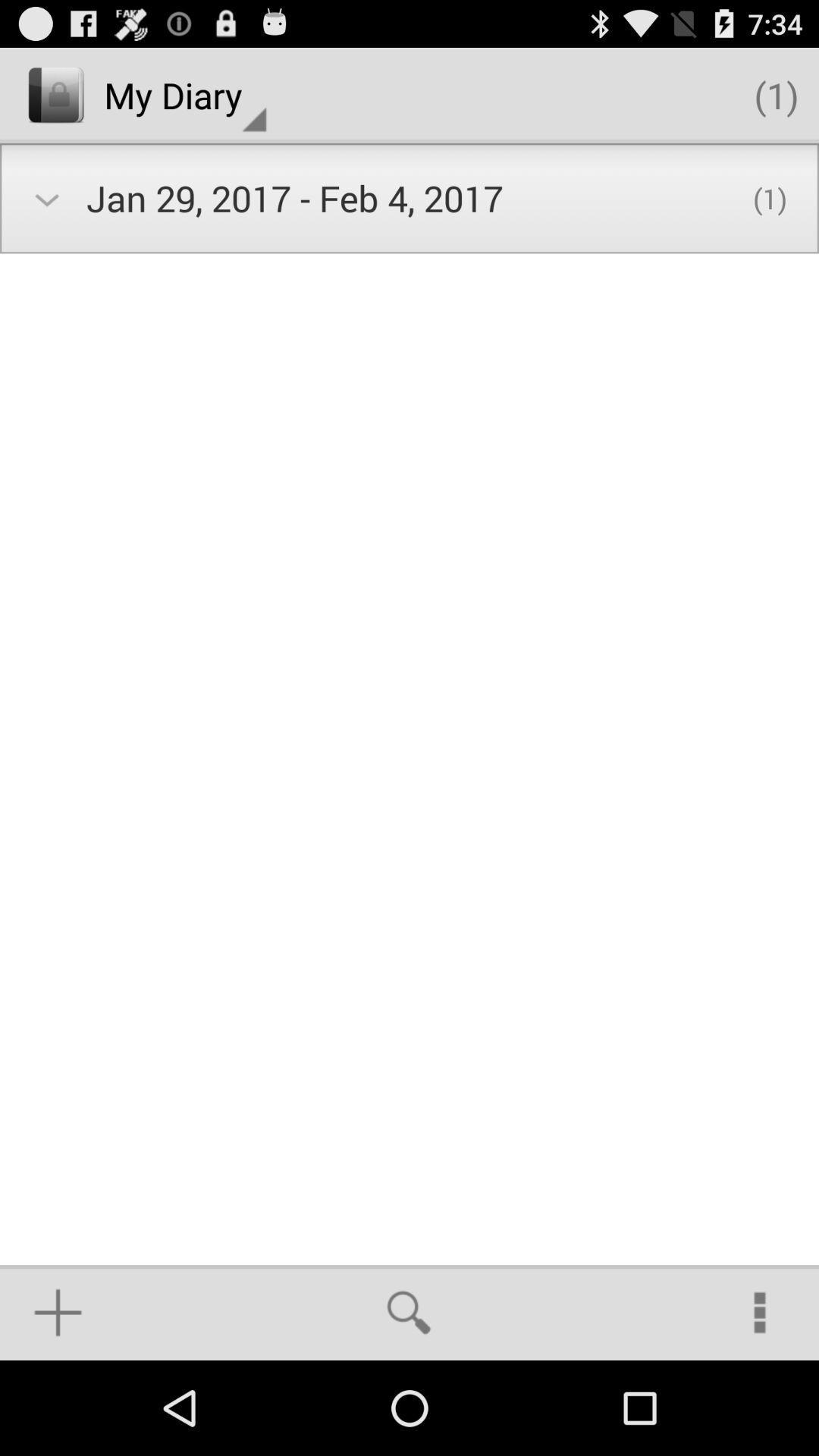 The width and height of the screenshot is (819, 1456). What do you see at coordinates (408, 1312) in the screenshot?
I see `the item below jan 29 2017` at bounding box center [408, 1312].